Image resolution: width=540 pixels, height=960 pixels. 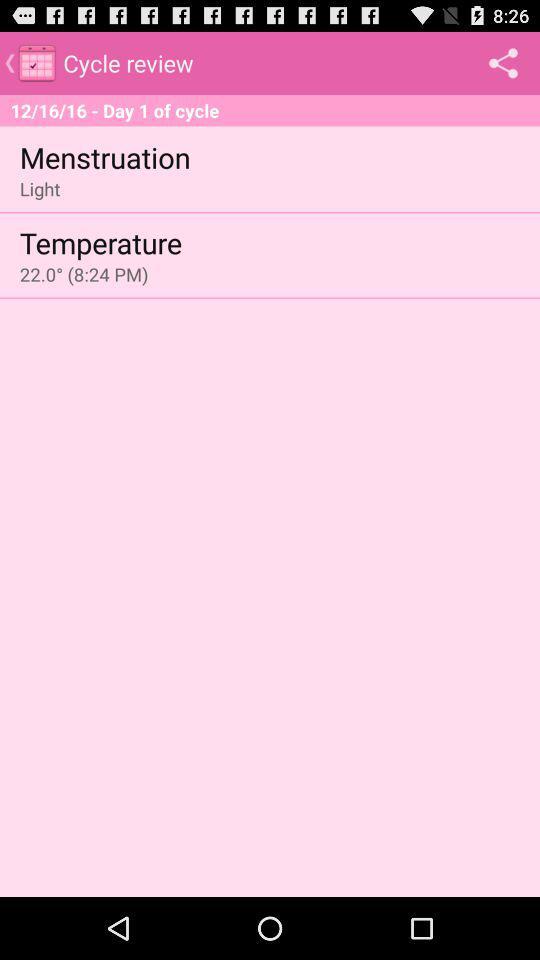 I want to click on menstruation app, so click(x=105, y=155).